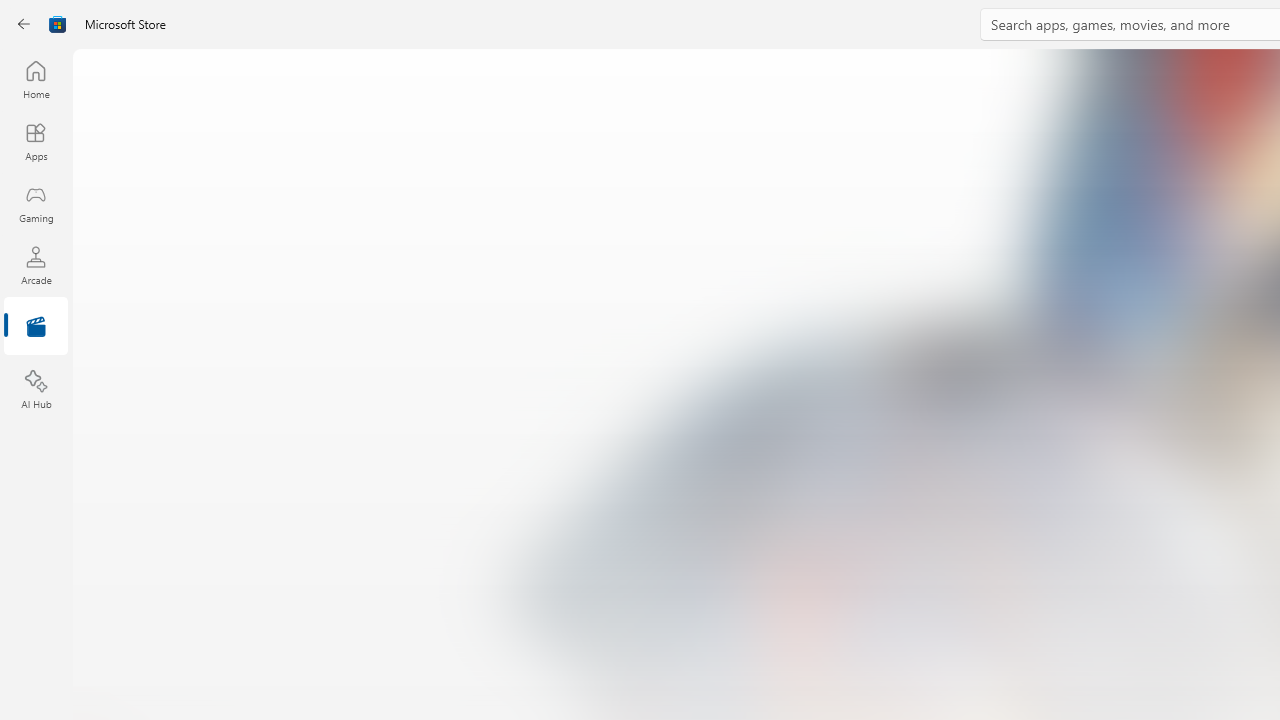 This screenshot has width=1280, height=720. What do you see at coordinates (35, 390) in the screenshot?
I see `'AI Hub'` at bounding box center [35, 390].